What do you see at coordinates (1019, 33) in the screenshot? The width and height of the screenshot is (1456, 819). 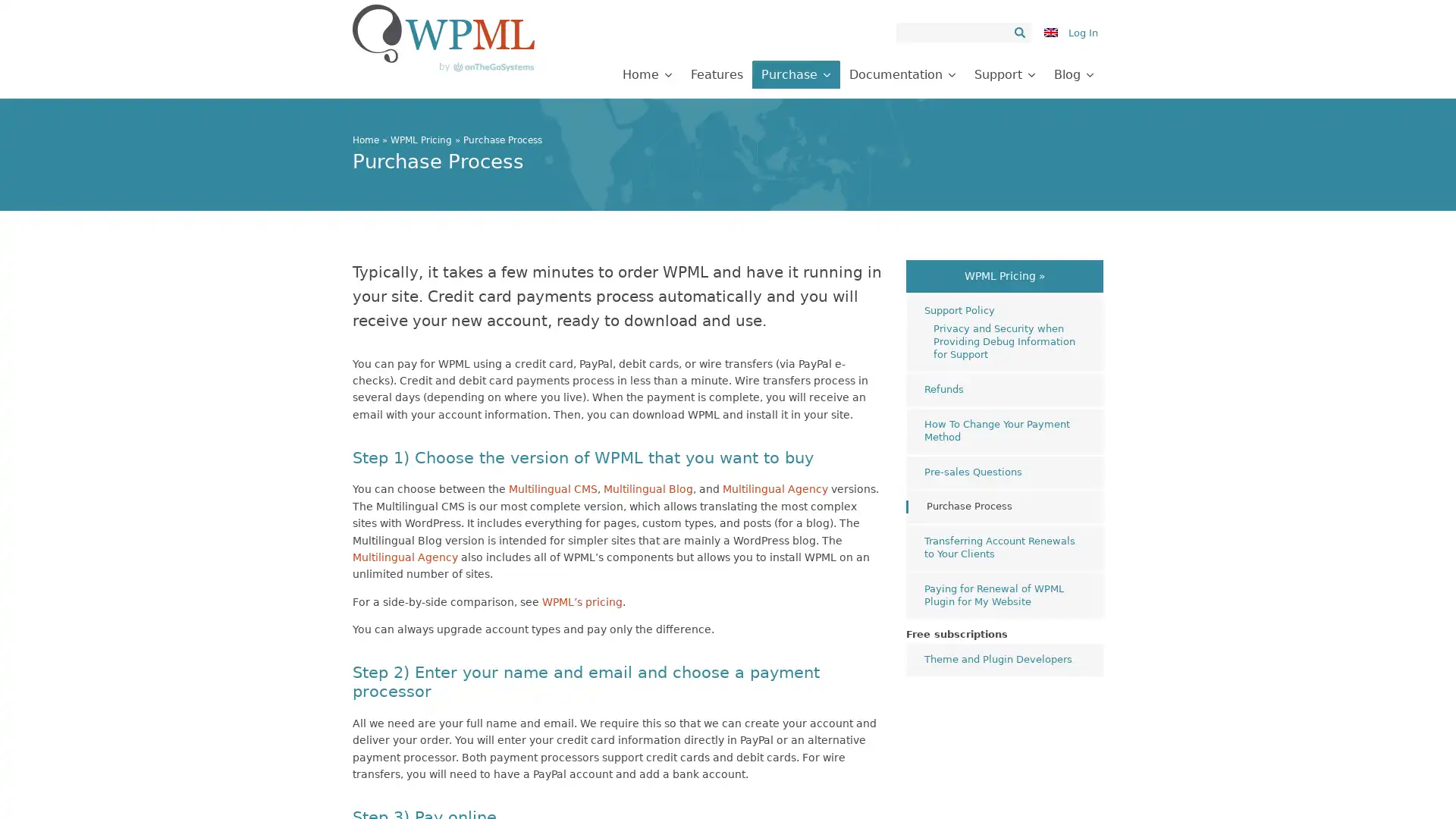 I see `Search` at bounding box center [1019, 33].